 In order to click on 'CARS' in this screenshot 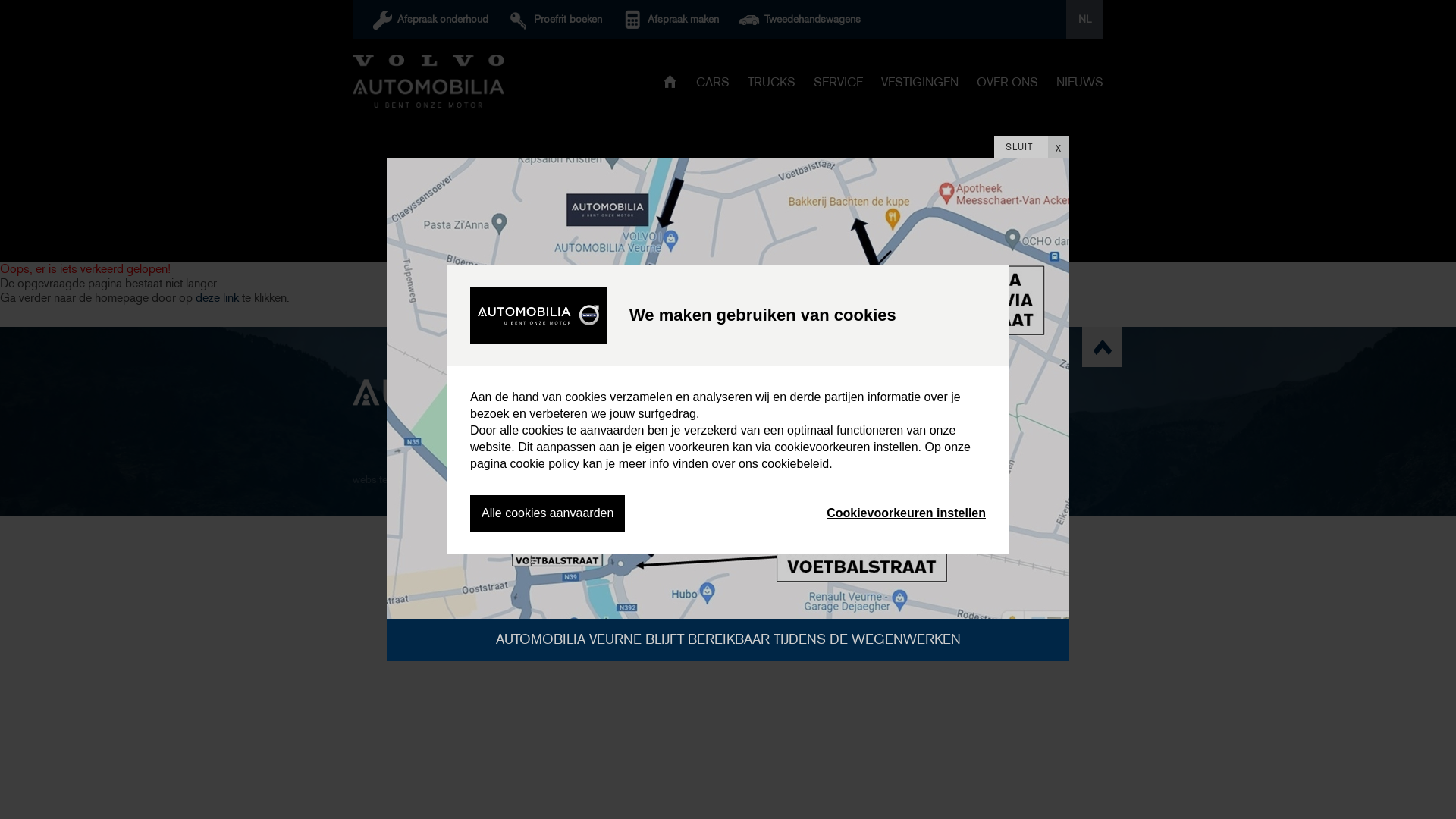, I will do `click(712, 85)`.